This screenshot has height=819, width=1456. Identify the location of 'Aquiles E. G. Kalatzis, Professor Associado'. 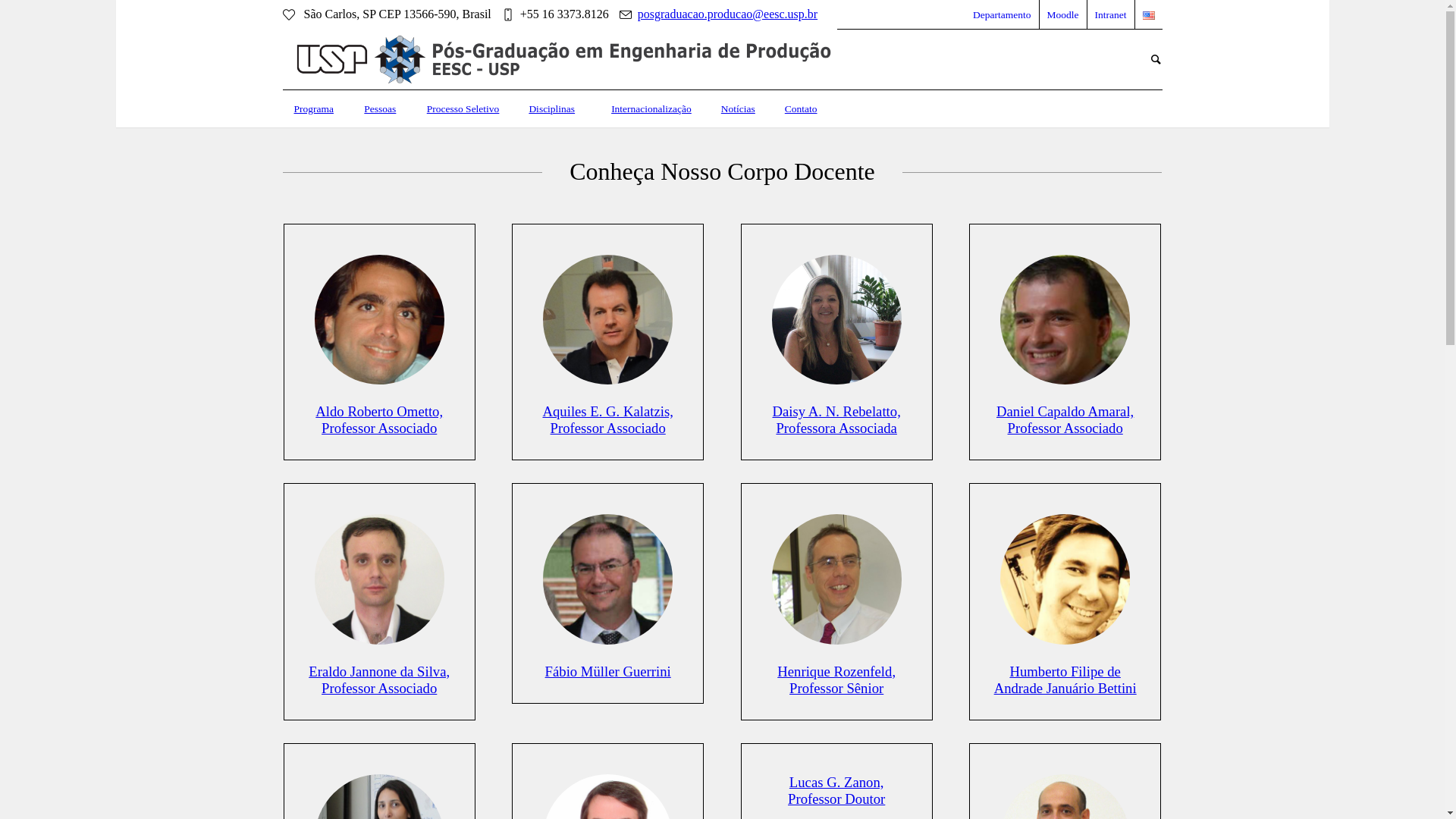
(607, 419).